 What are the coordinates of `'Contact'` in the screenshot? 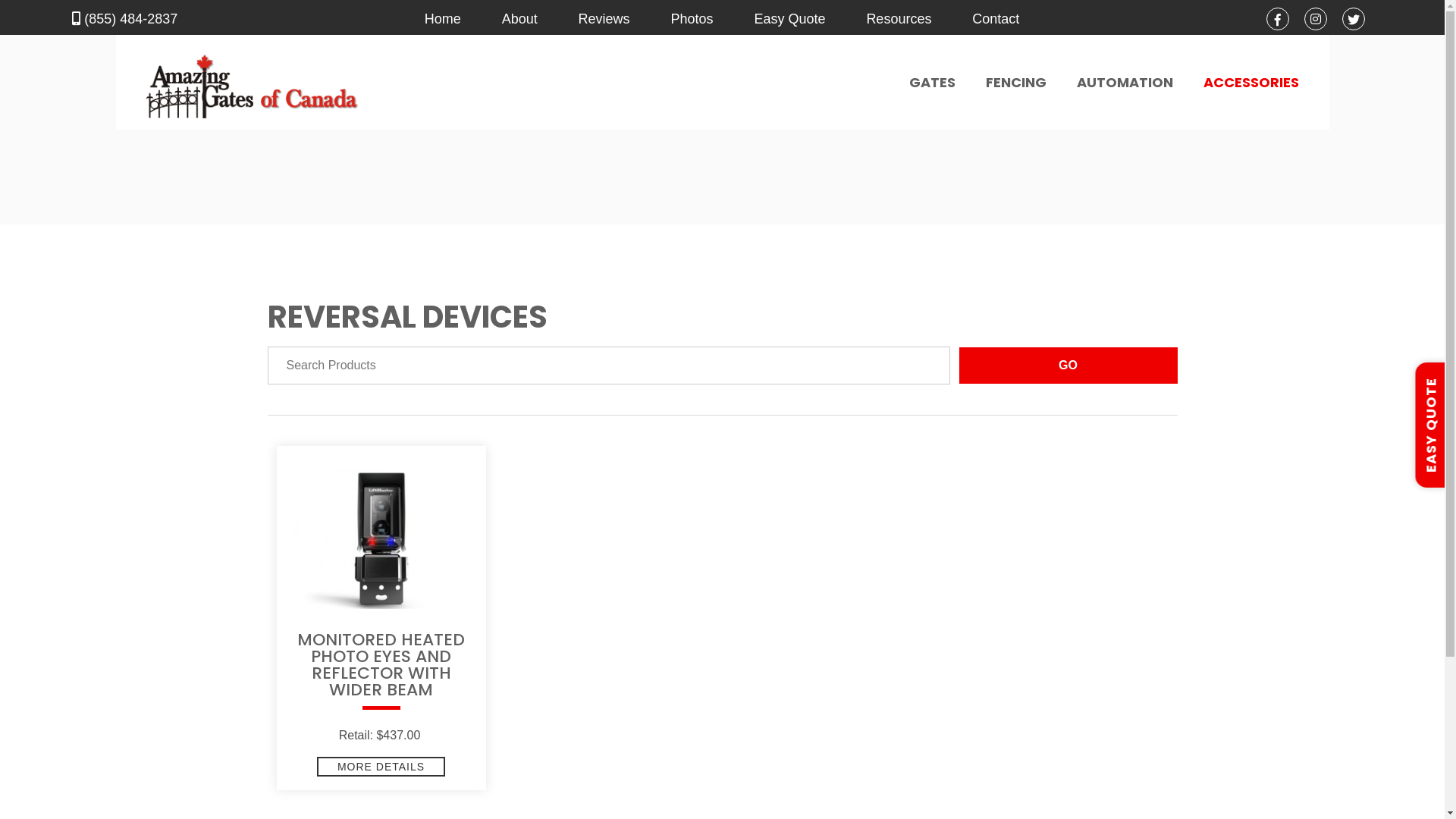 It's located at (996, 18).